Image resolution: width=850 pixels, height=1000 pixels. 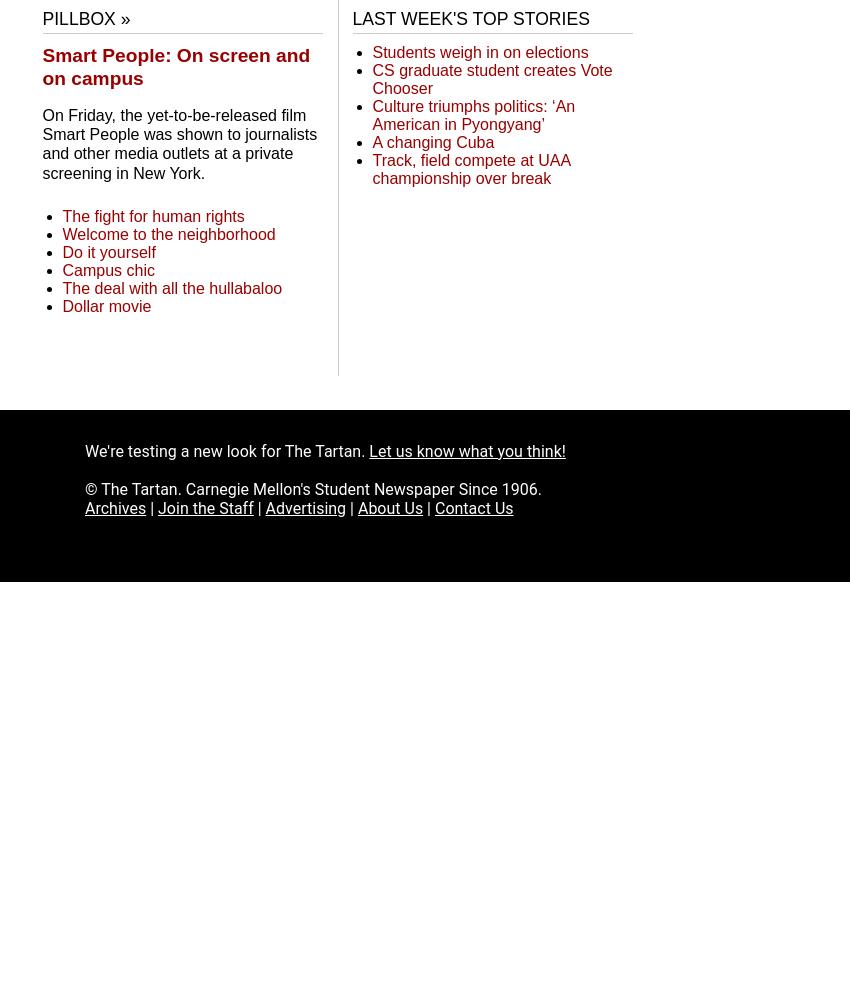 What do you see at coordinates (85, 19) in the screenshot?
I see `'Pillbox »'` at bounding box center [85, 19].